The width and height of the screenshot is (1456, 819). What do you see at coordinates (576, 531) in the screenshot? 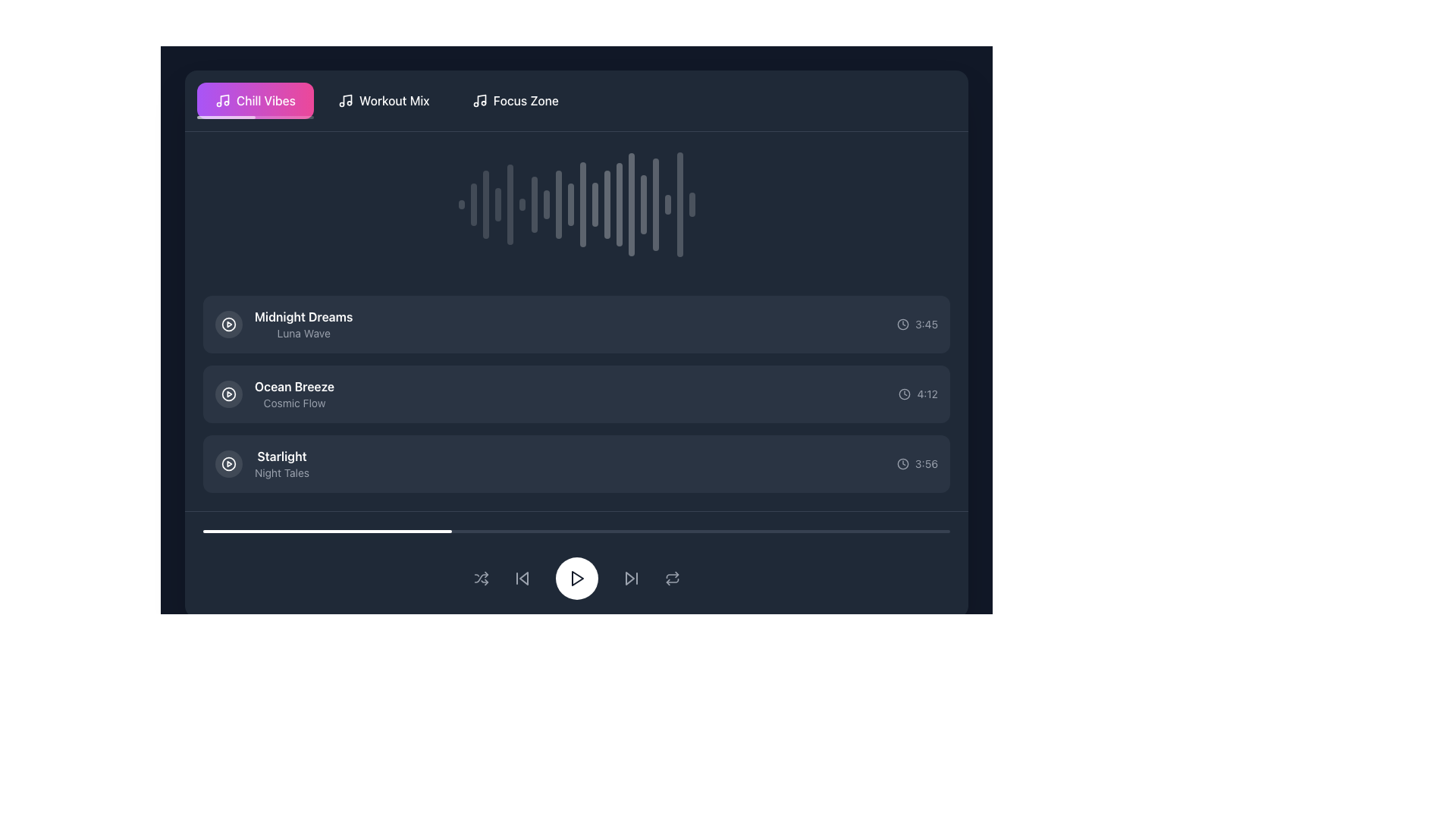
I see `the Progress Bar located near the bottom of the interface to seek to a different position in the playback` at bounding box center [576, 531].